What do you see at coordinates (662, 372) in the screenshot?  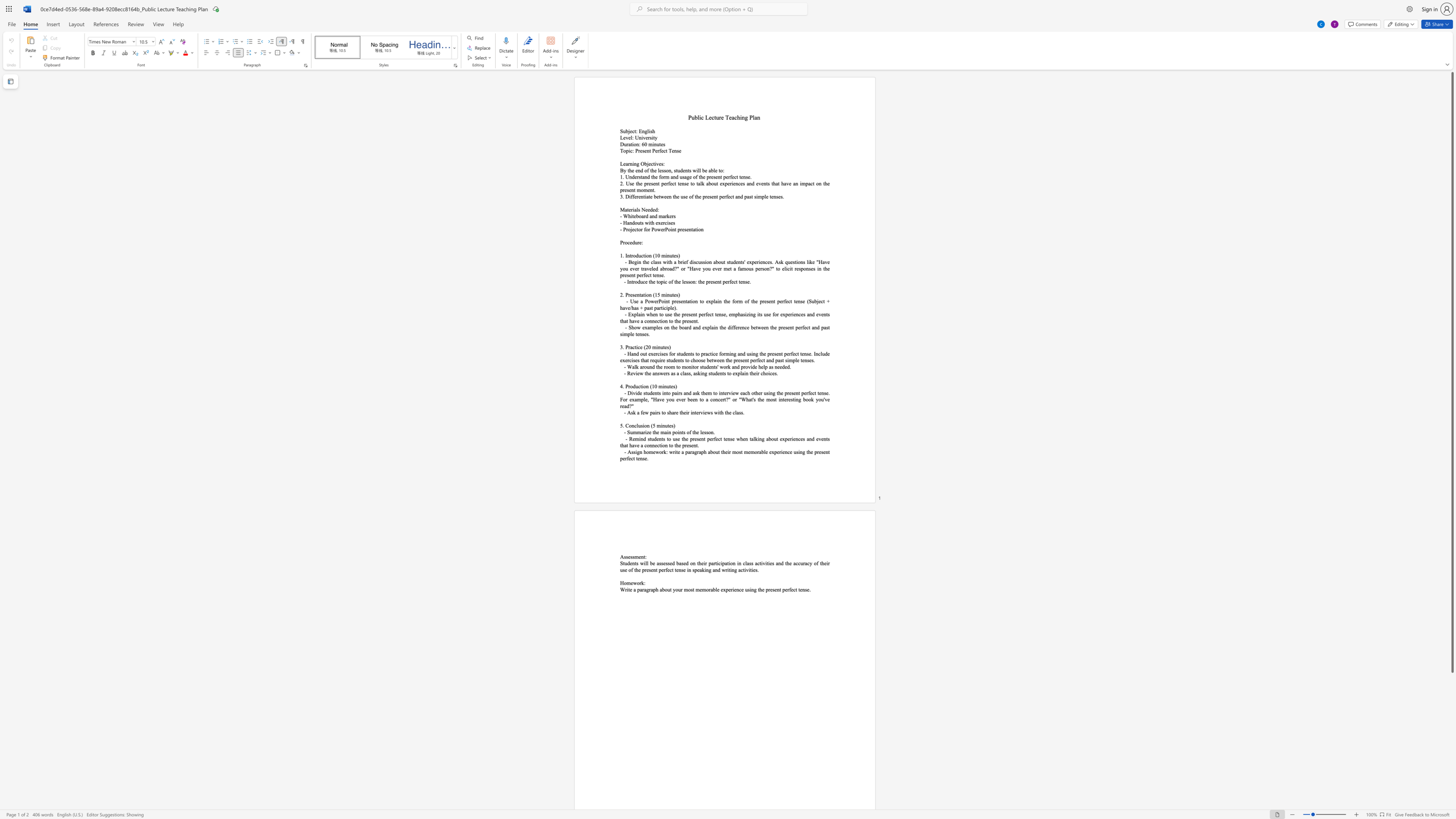 I see `the space between the continuous character "w" and "e" in the text` at bounding box center [662, 372].